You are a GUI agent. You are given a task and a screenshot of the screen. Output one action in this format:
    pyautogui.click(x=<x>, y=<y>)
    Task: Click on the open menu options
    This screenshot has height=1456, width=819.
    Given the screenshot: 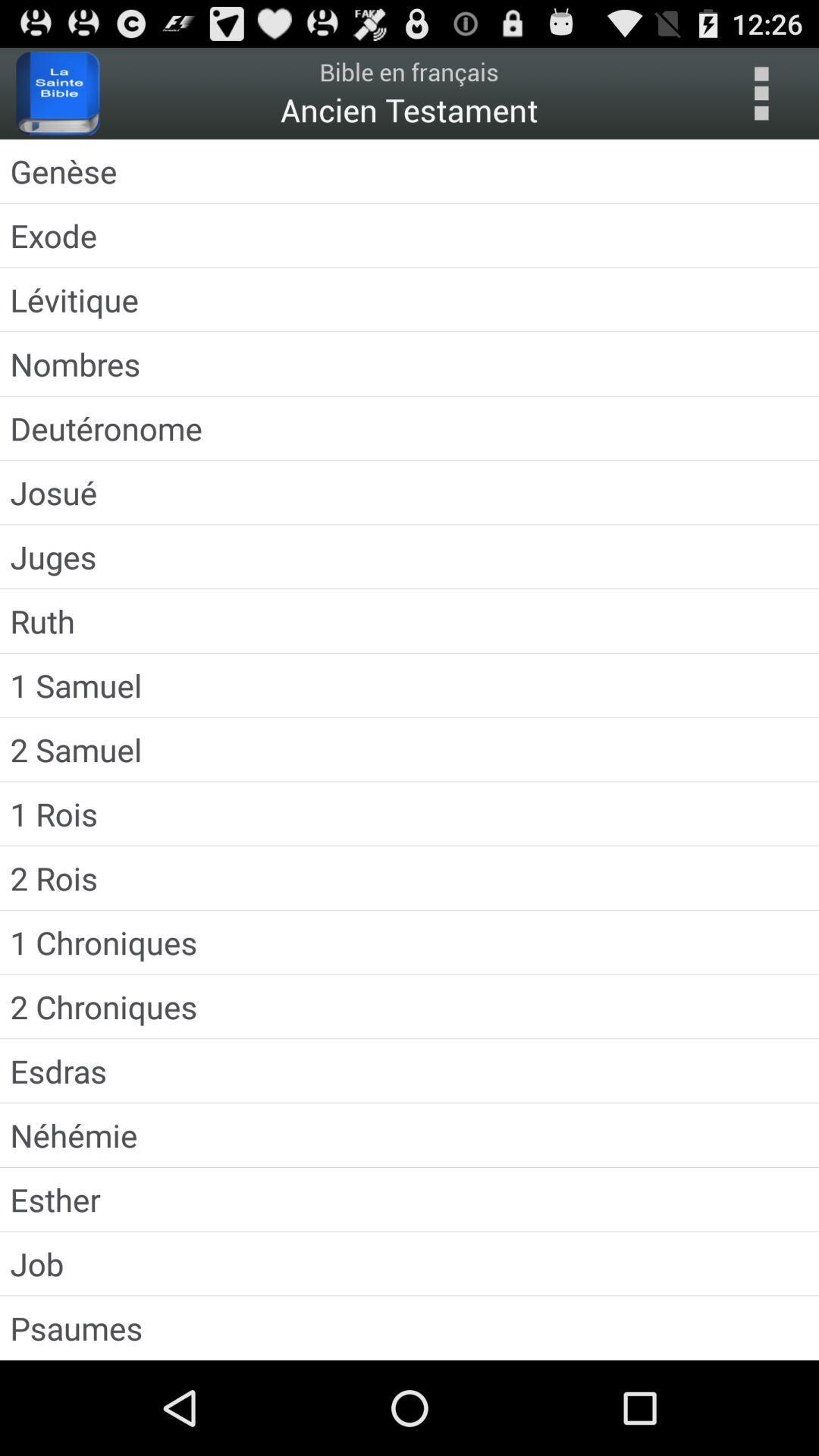 What is the action you would take?
    pyautogui.click(x=761, y=93)
    